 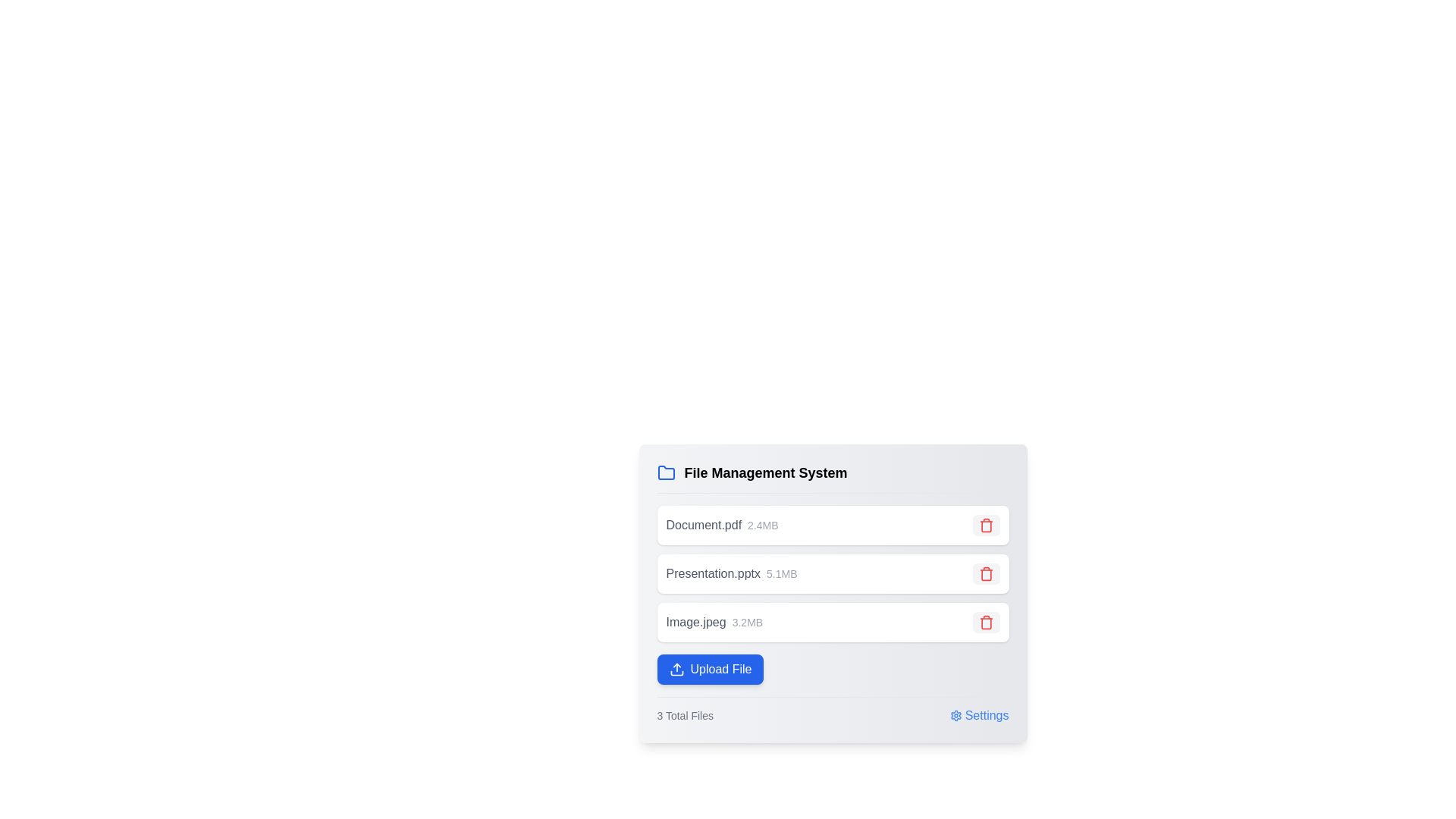 What do you see at coordinates (986, 623) in the screenshot?
I see `the small red button with a trash can icon located in the last row of the file list, next to the file named 'Image.jpeg'` at bounding box center [986, 623].